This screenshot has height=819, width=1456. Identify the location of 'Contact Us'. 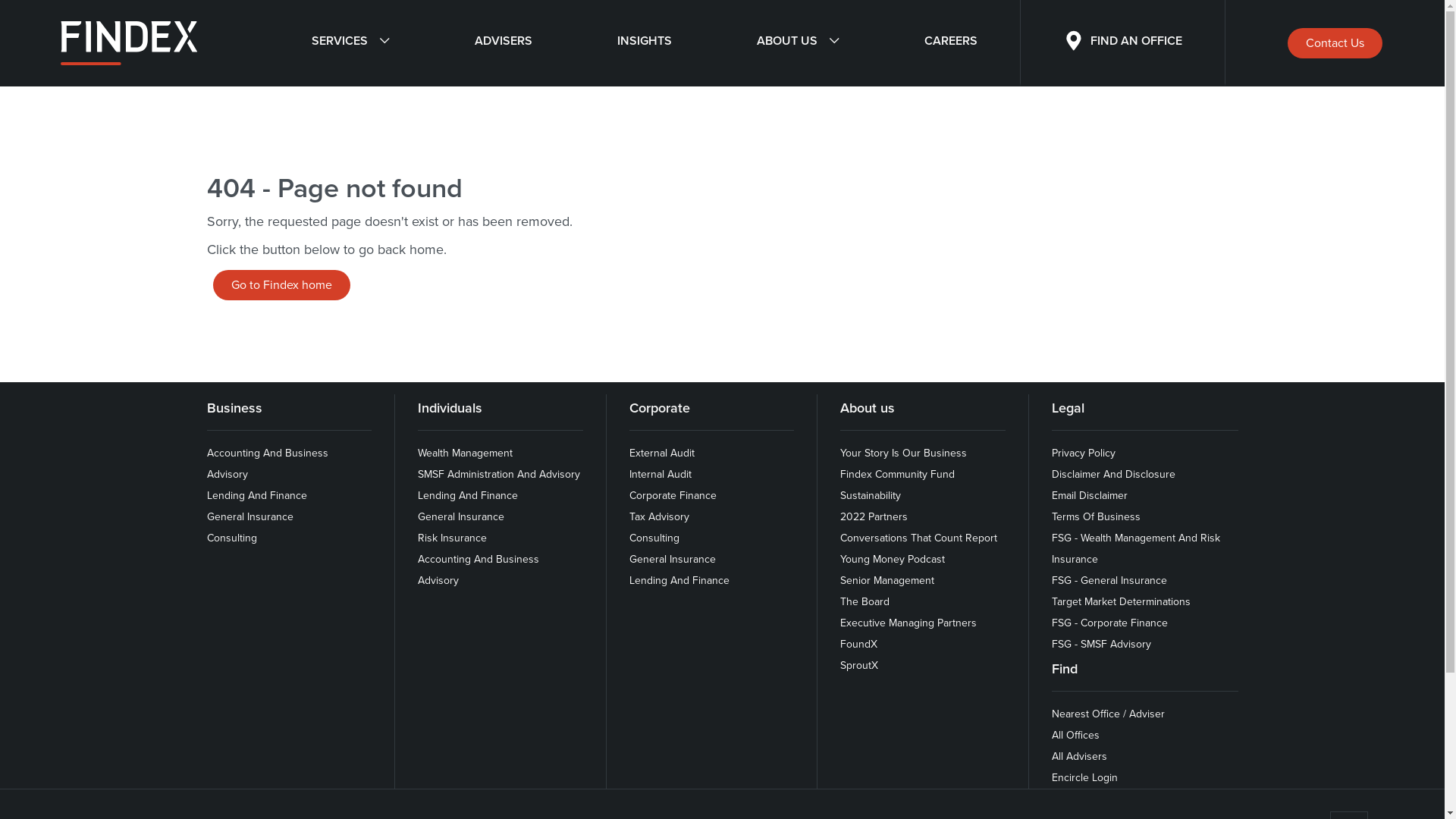
(1335, 42).